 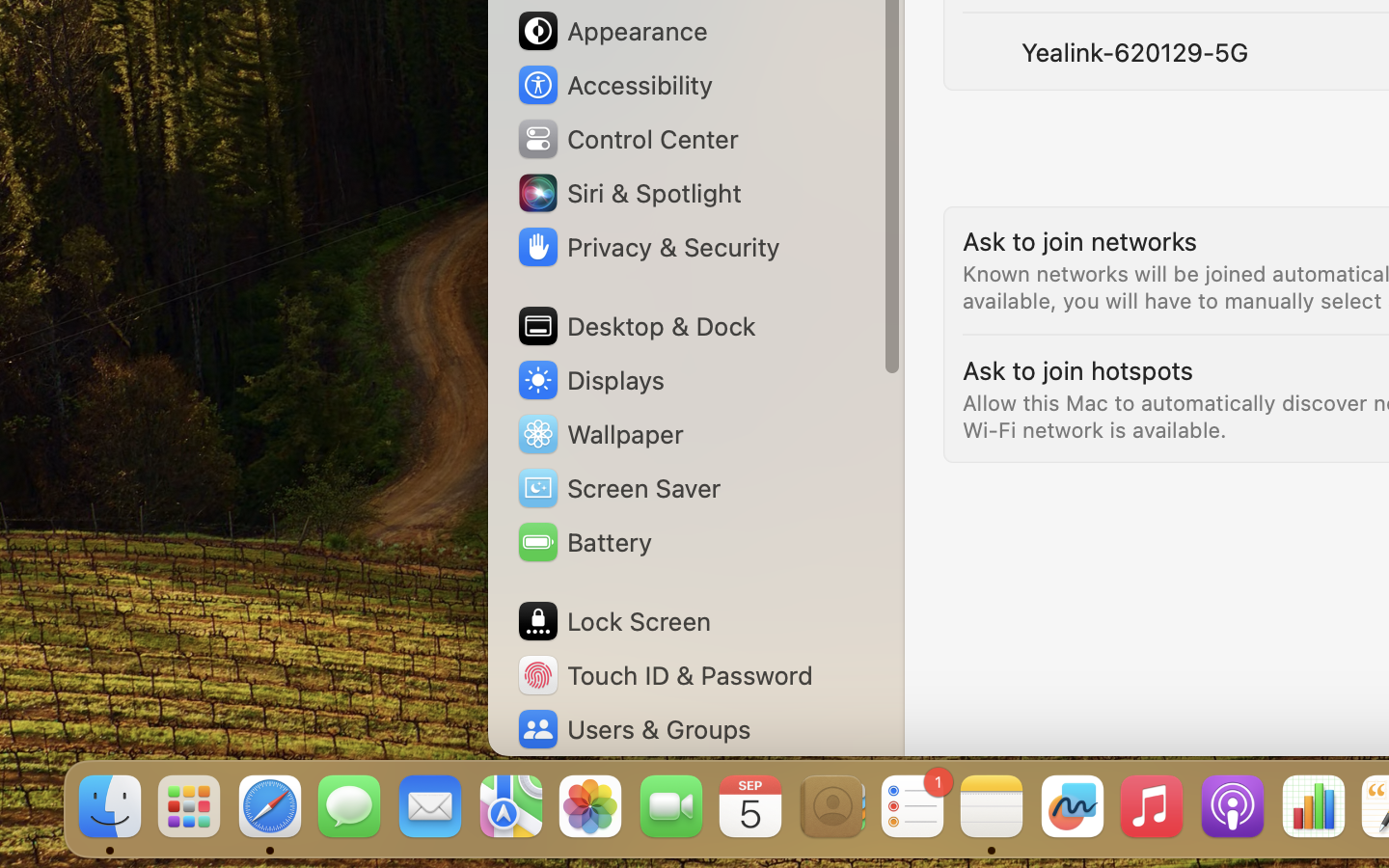 I want to click on 'Accessibility', so click(x=613, y=84).